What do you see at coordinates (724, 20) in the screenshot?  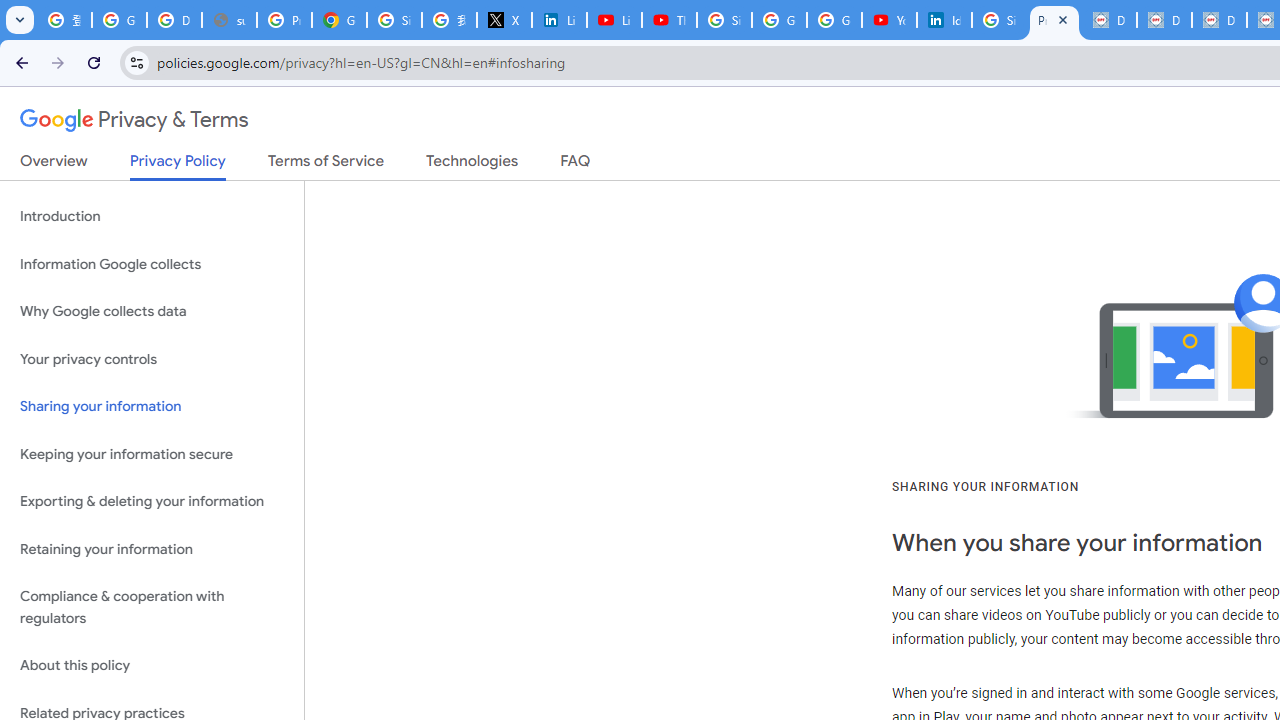 I see `'Sign in - Google Accounts'` at bounding box center [724, 20].